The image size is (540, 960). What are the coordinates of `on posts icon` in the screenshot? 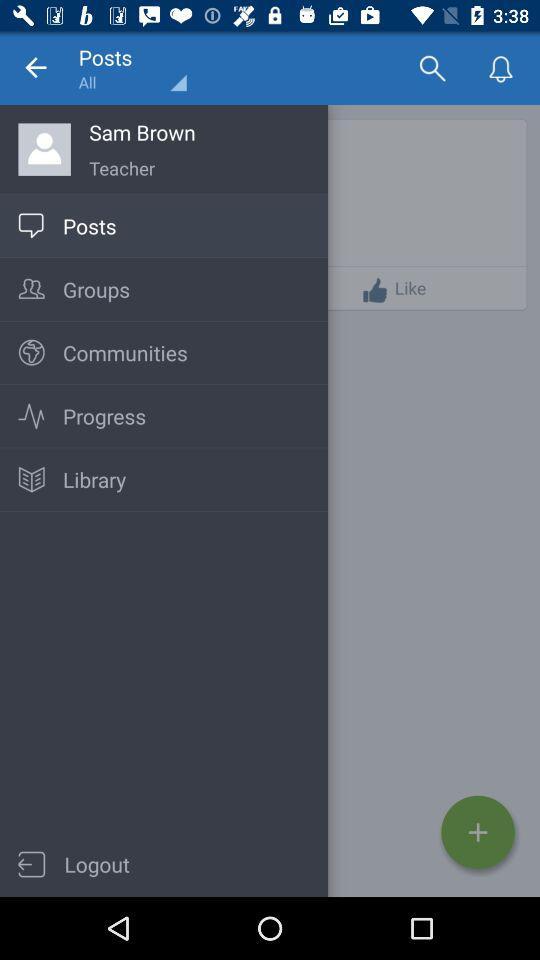 It's located at (30, 225).